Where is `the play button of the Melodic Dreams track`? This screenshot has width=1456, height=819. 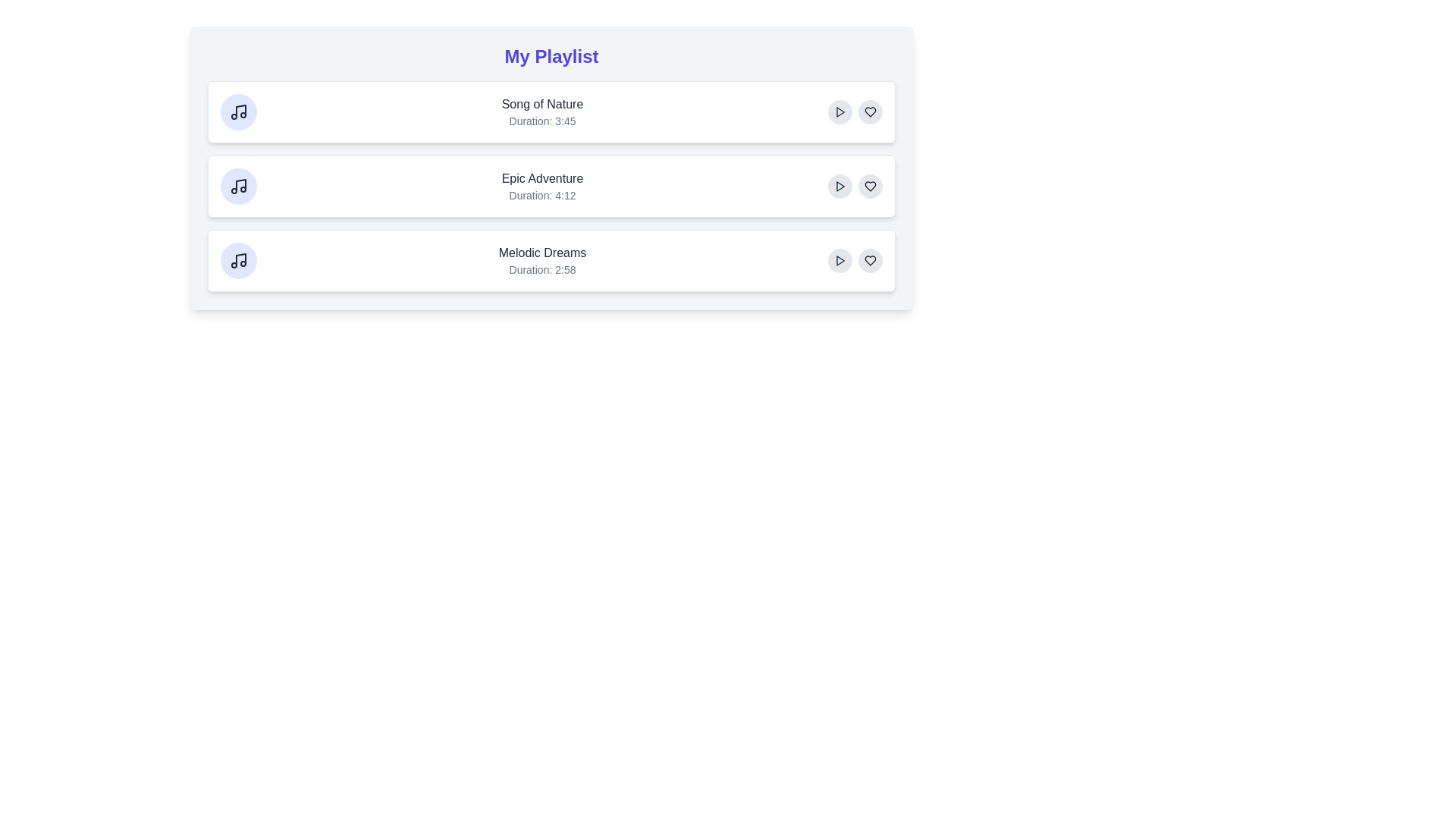
the play button of the Melodic Dreams track is located at coordinates (839, 259).